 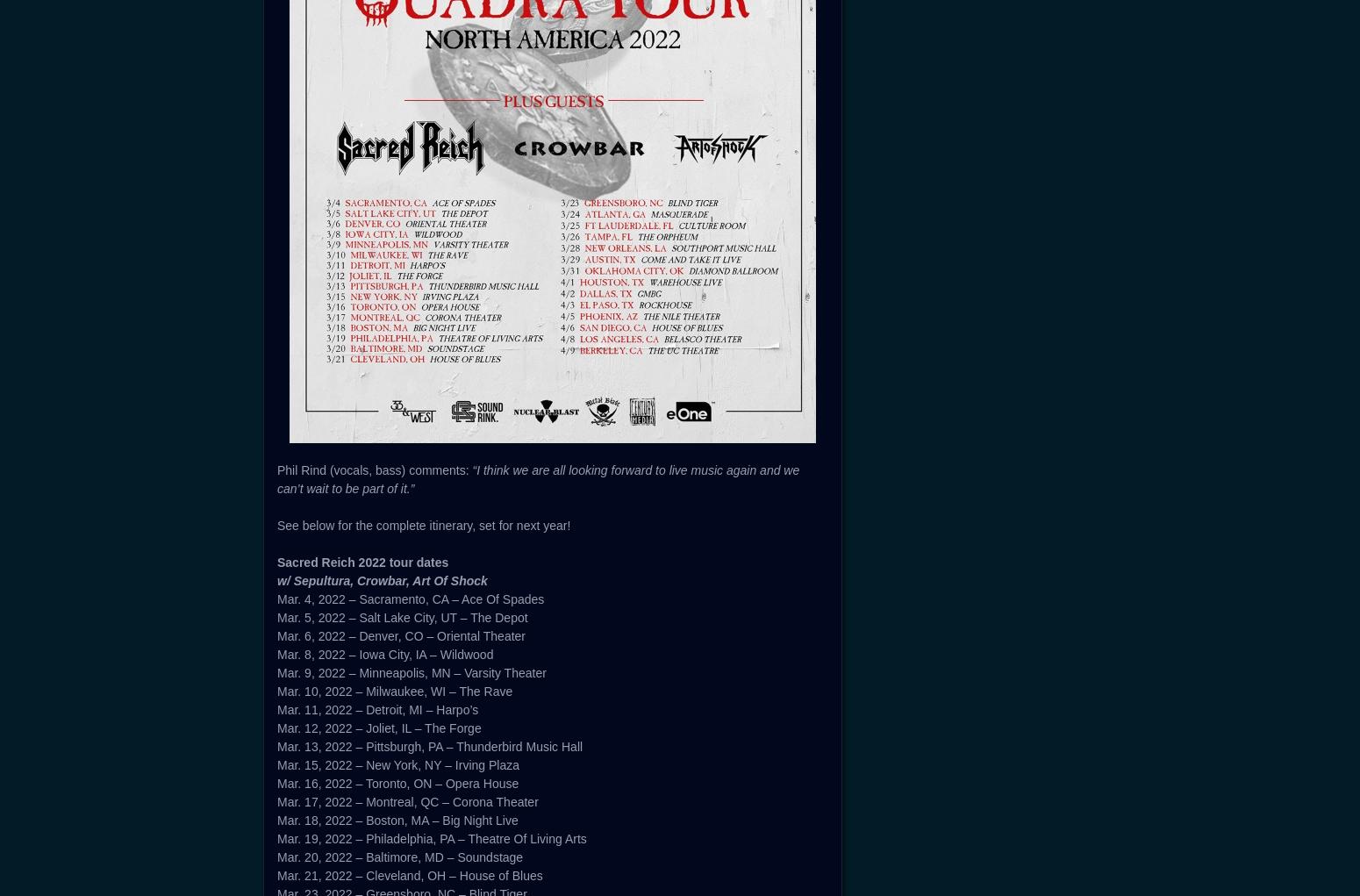 I want to click on 'Mar. 20, 2022 – Baltimore, MD – Soundstage', so click(x=400, y=856).